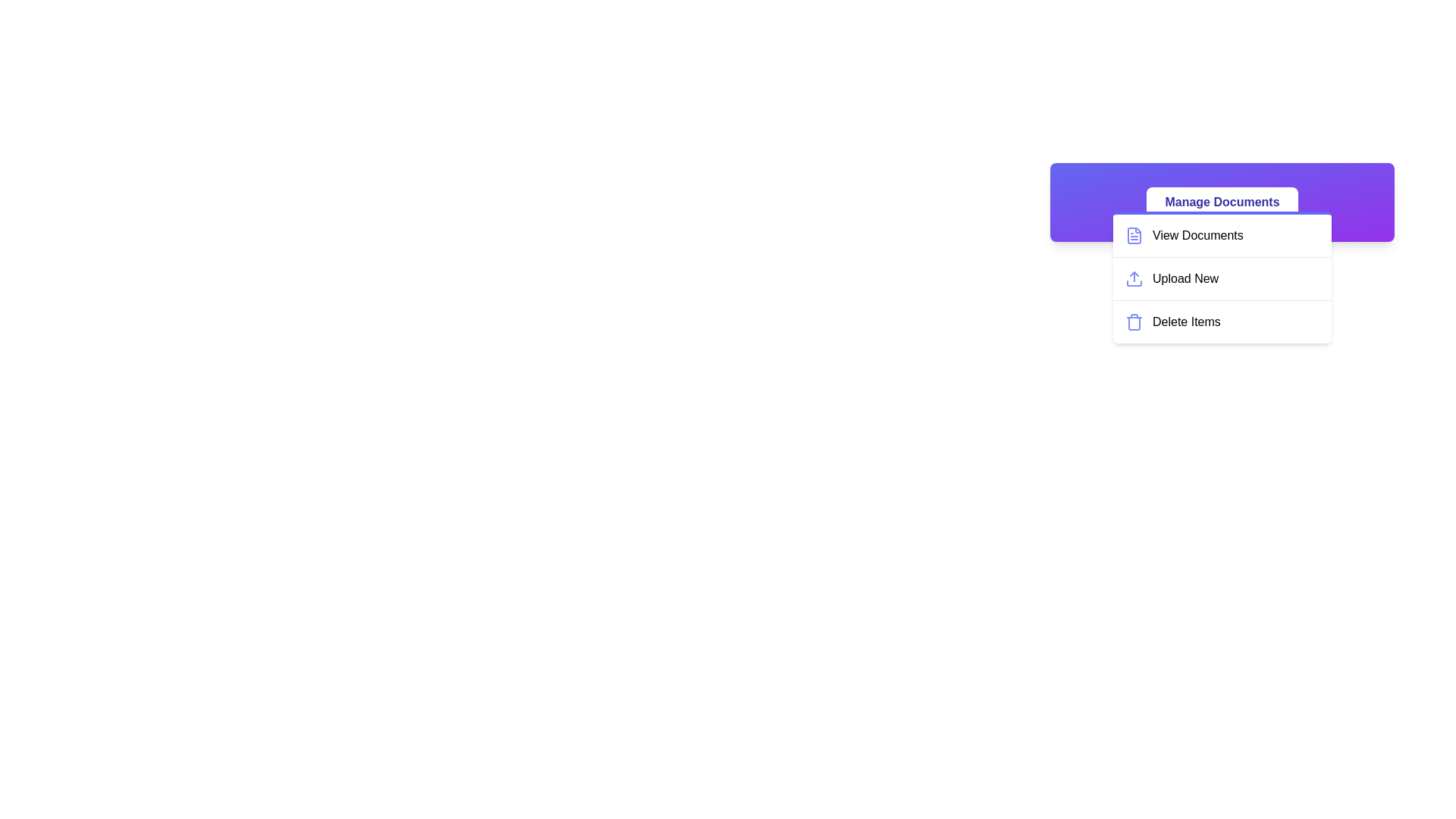  Describe the element at coordinates (1222, 321) in the screenshot. I see `the 'Delete Items' option in the menu` at that location.